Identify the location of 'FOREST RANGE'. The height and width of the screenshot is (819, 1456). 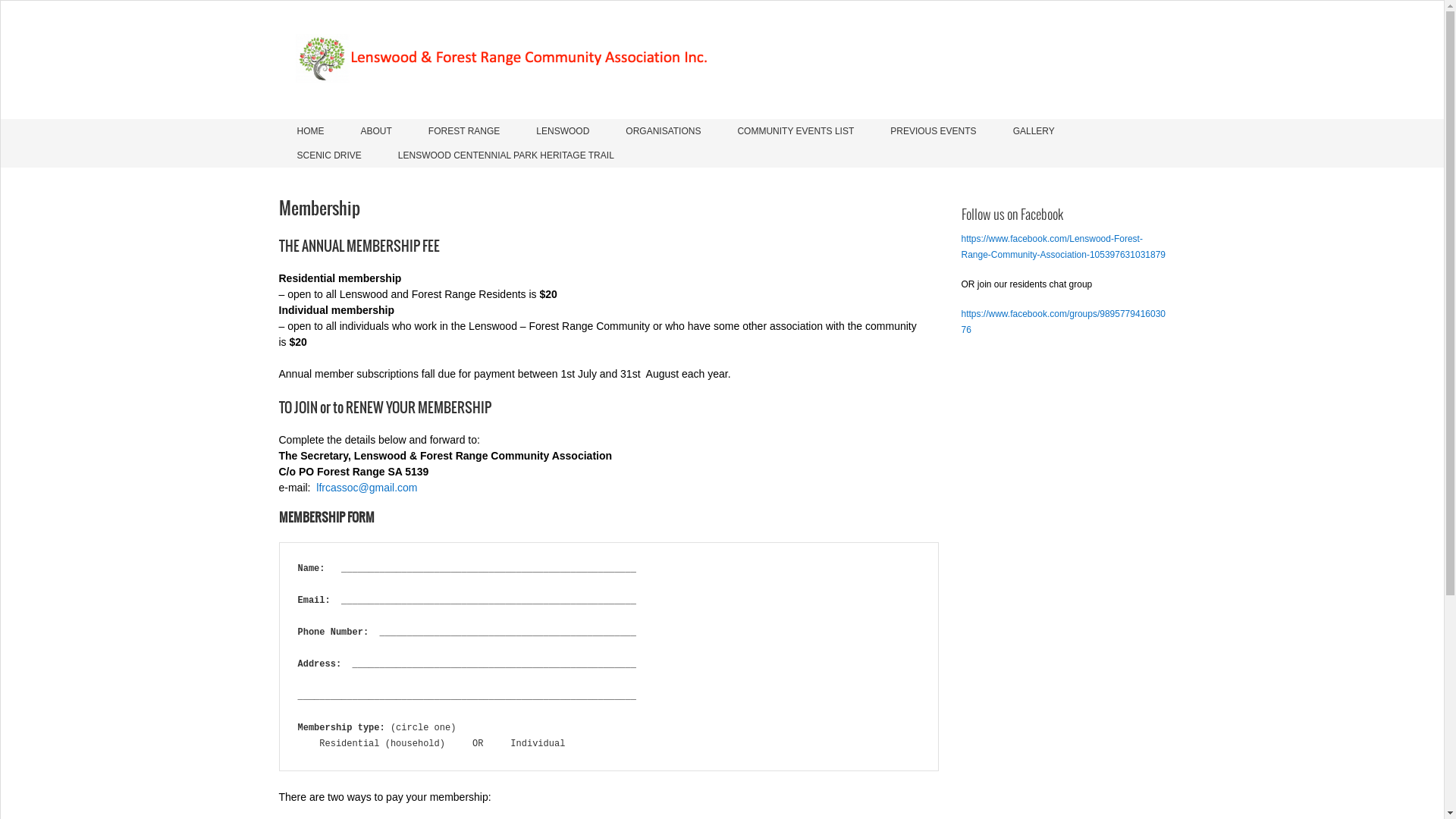
(463, 130).